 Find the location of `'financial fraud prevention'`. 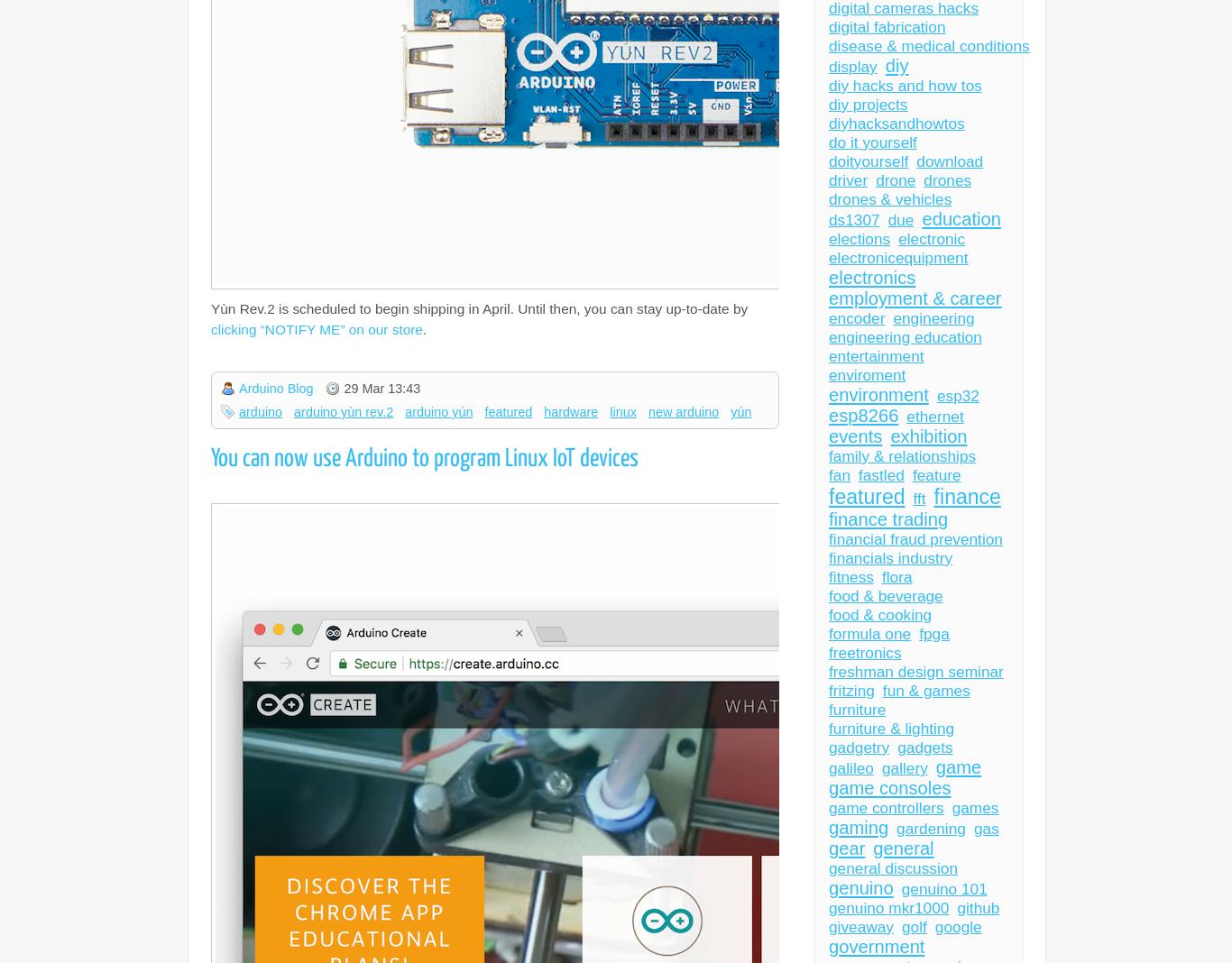

'financial fraud prevention' is located at coordinates (915, 537).